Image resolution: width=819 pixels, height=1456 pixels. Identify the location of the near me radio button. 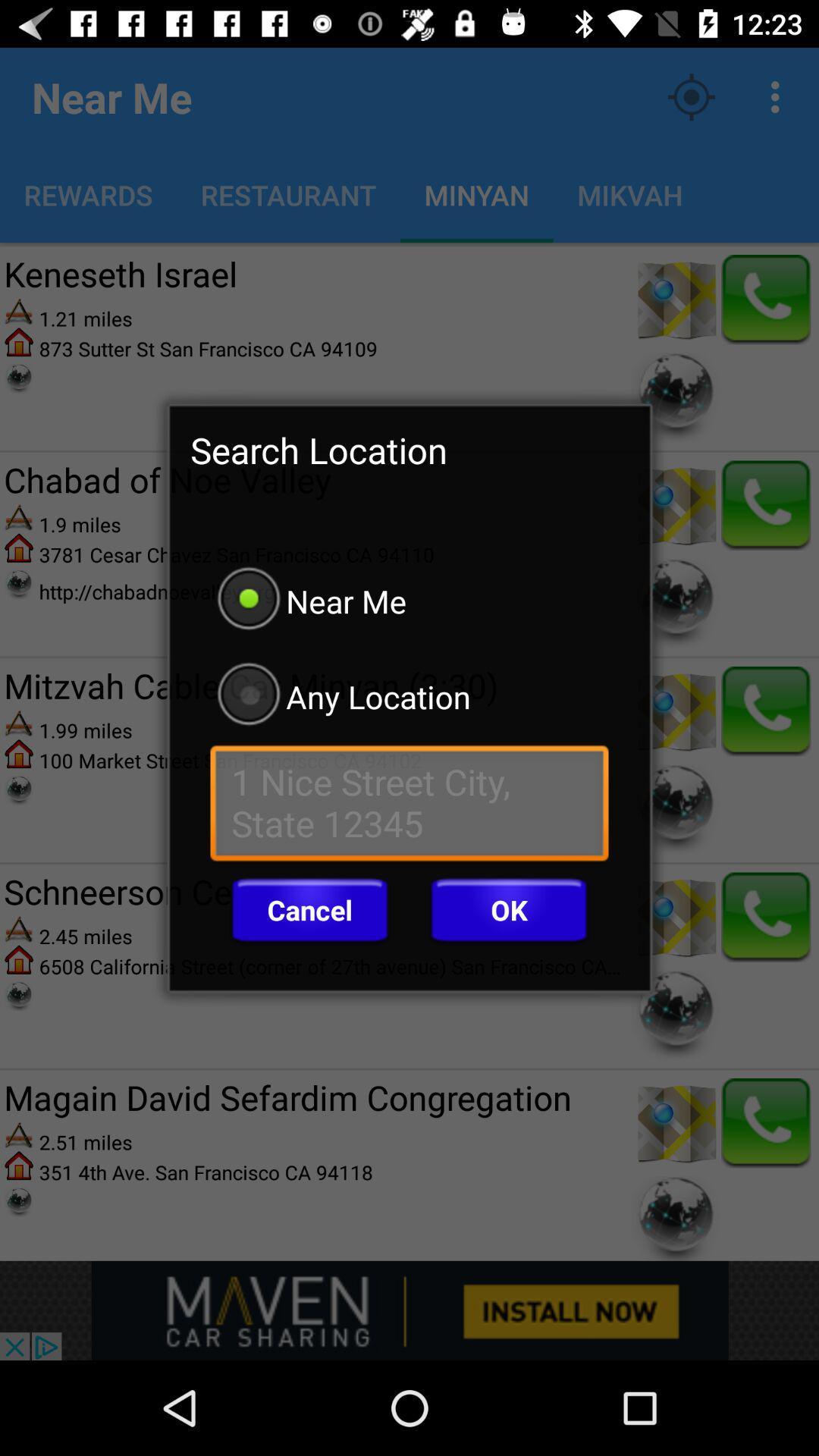
(409, 600).